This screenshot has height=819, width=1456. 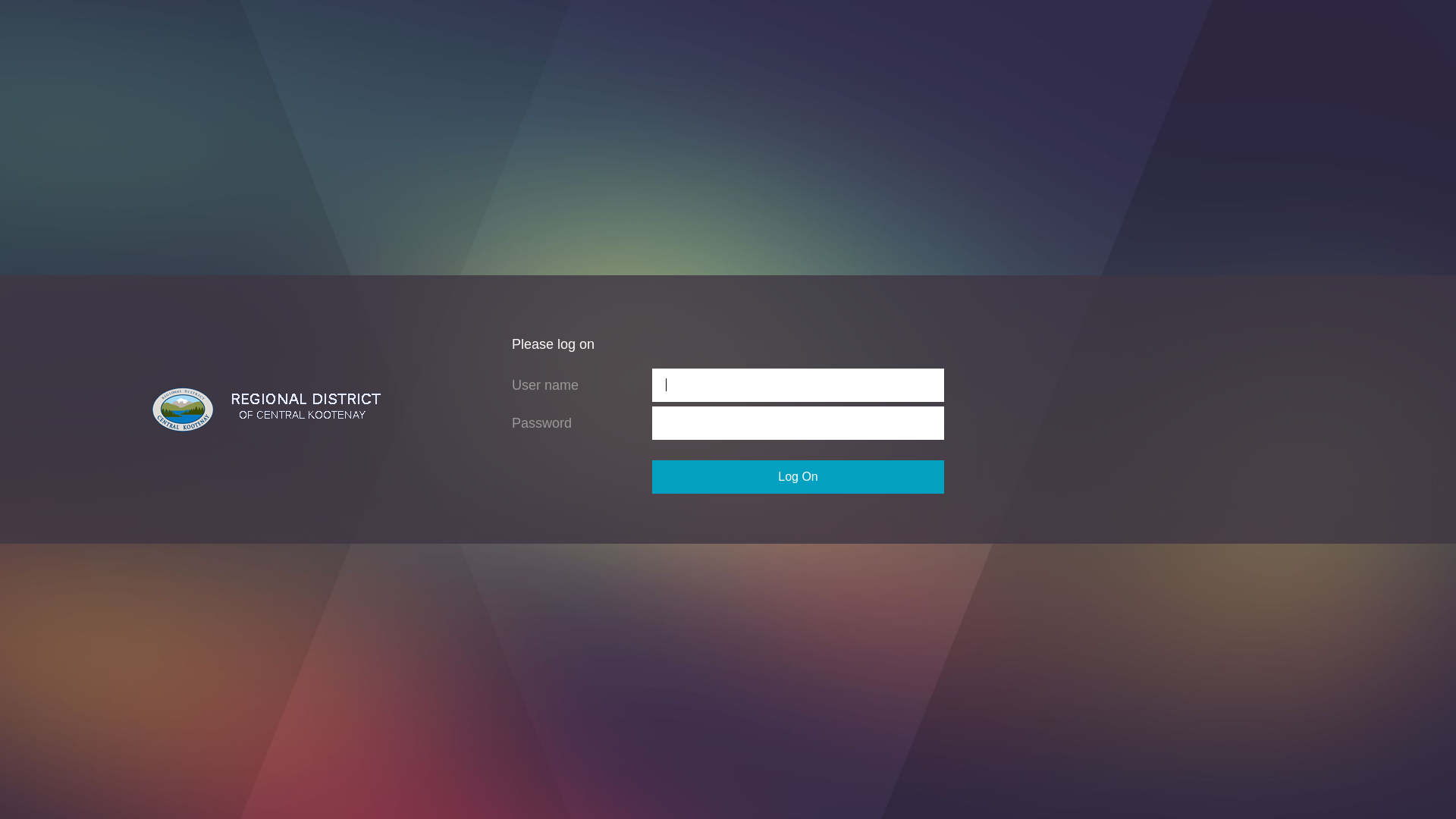 I want to click on 'Log On', so click(x=797, y=475).